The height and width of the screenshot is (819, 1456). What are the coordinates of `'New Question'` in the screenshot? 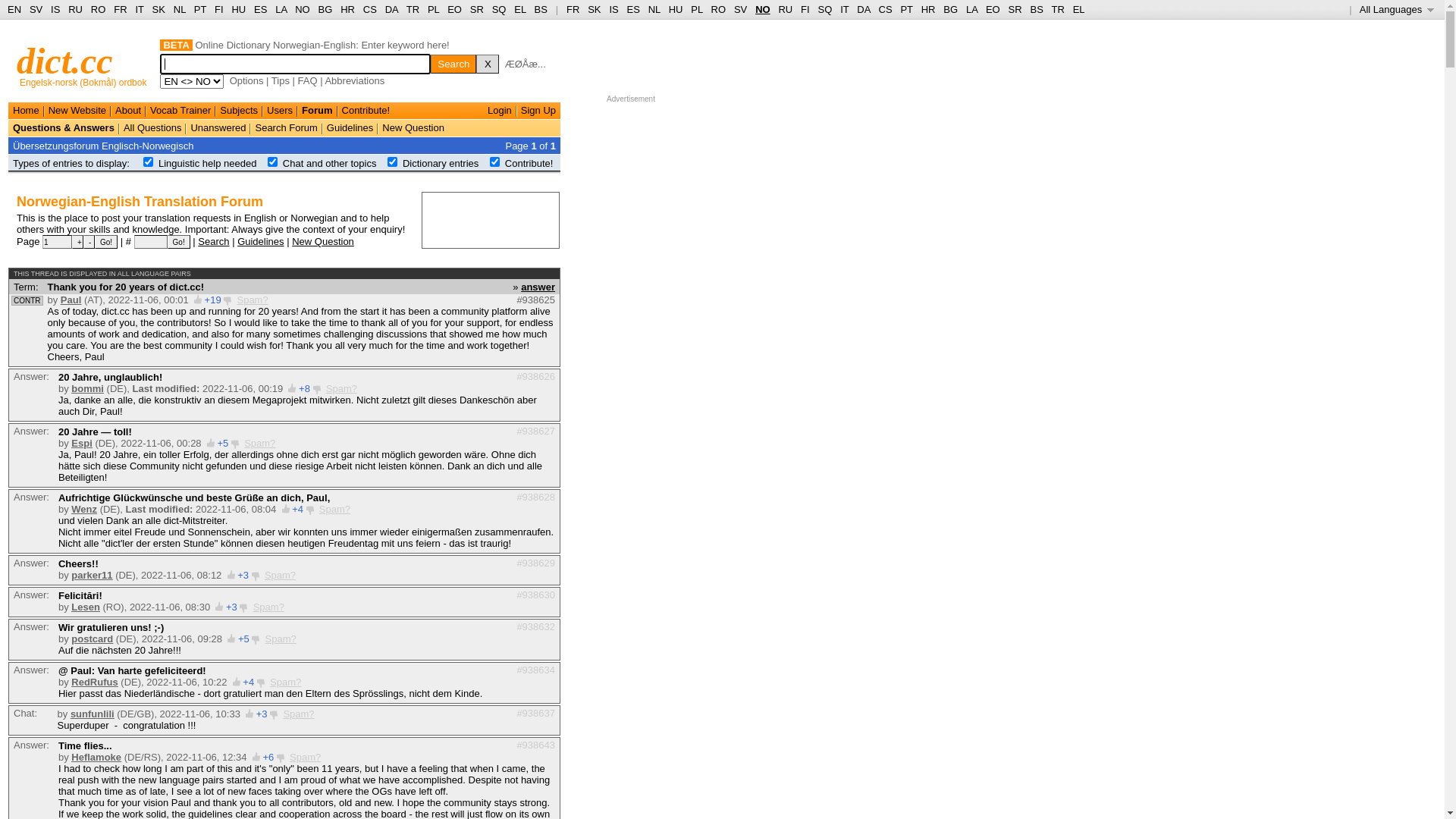 It's located at (413, 127).